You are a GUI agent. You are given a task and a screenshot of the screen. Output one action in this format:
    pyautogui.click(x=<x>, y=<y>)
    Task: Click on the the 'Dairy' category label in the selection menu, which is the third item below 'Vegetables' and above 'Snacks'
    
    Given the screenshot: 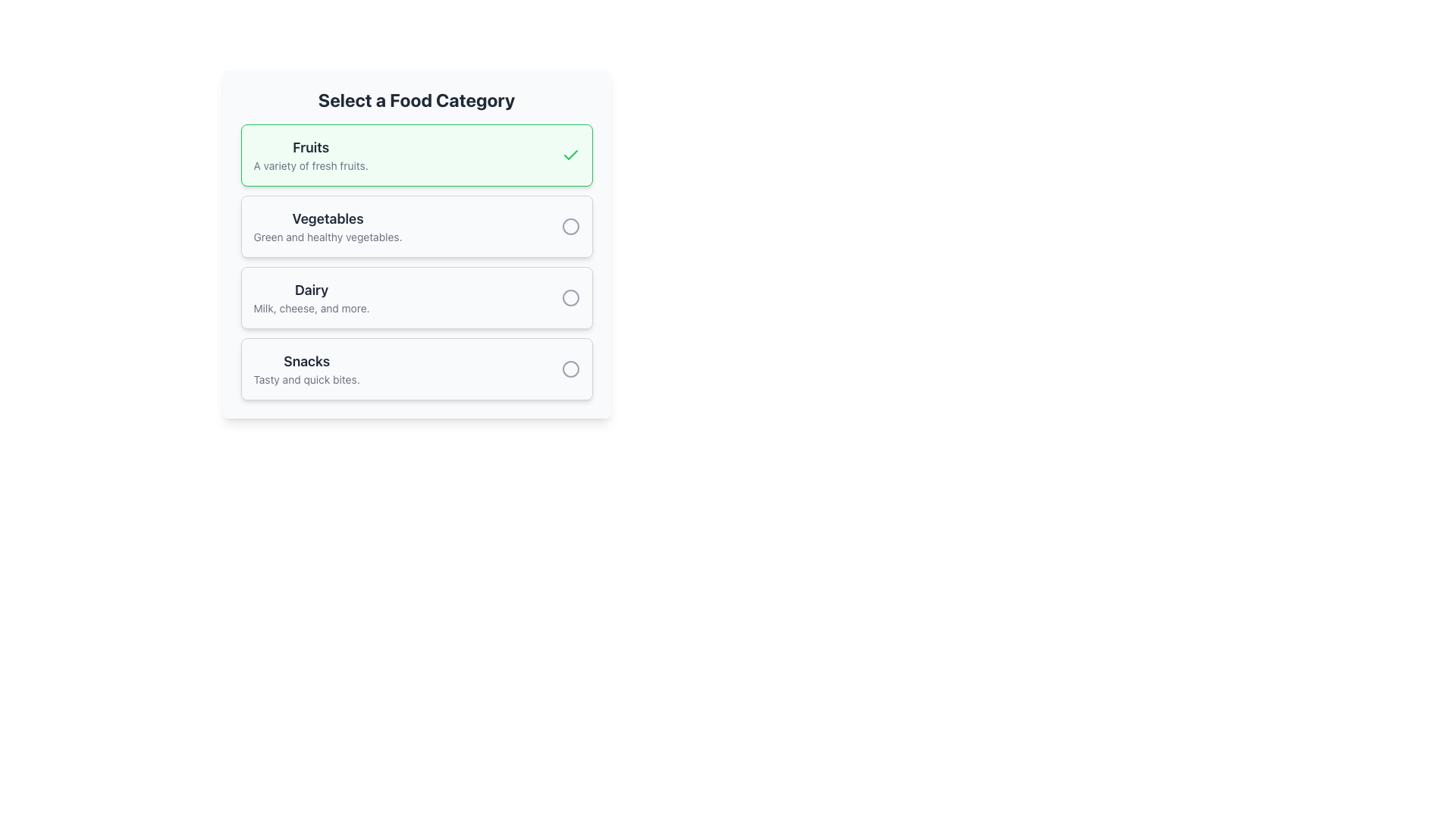 What is the action you would take?
    pyautogui.click(x=311, y=298)
    